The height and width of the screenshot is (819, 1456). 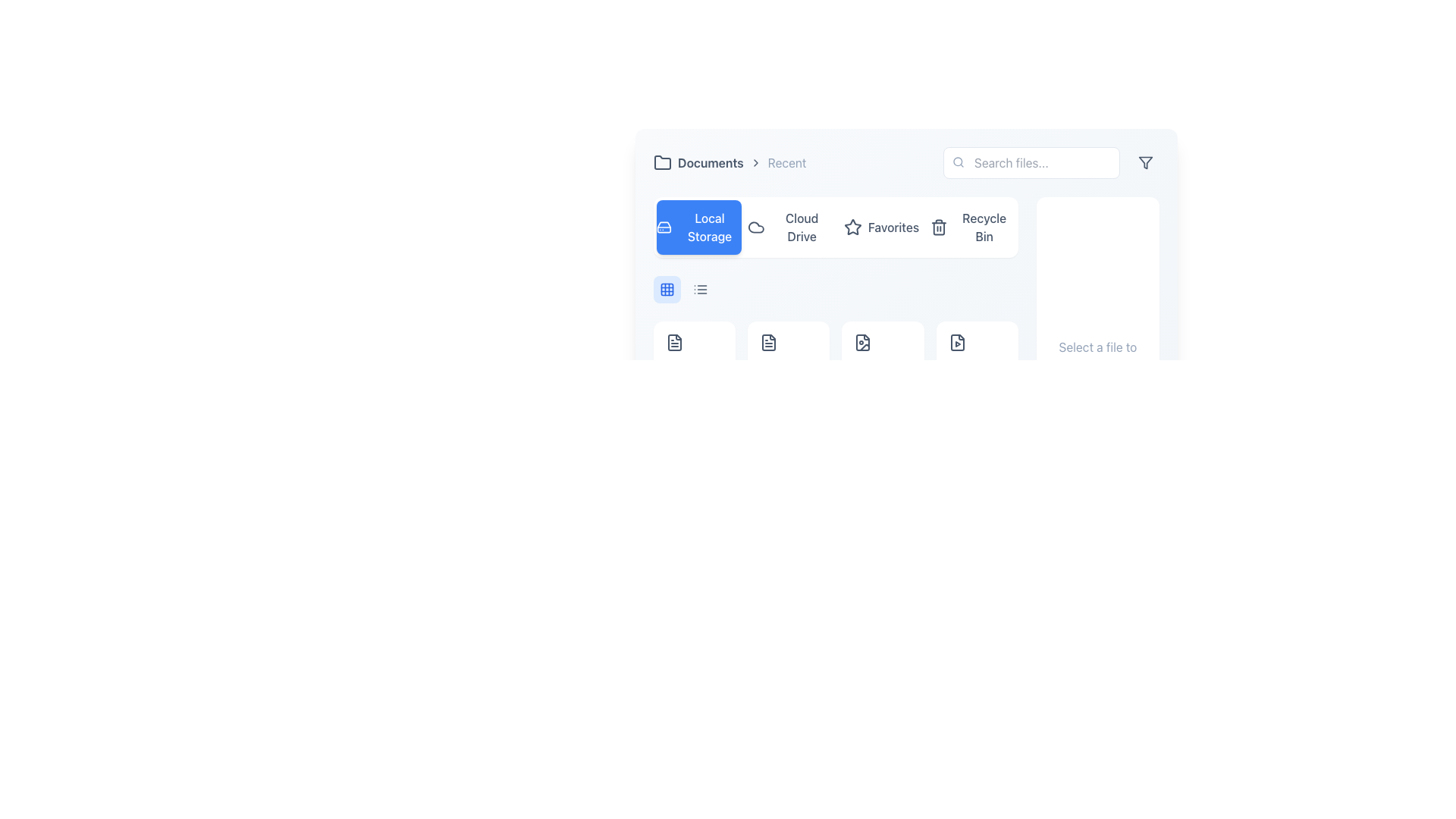 I want to click on the instructional text that guides the user to select a file, located in the center of the rightmost vertical panel of the interface, so click(x=1097, y=356).